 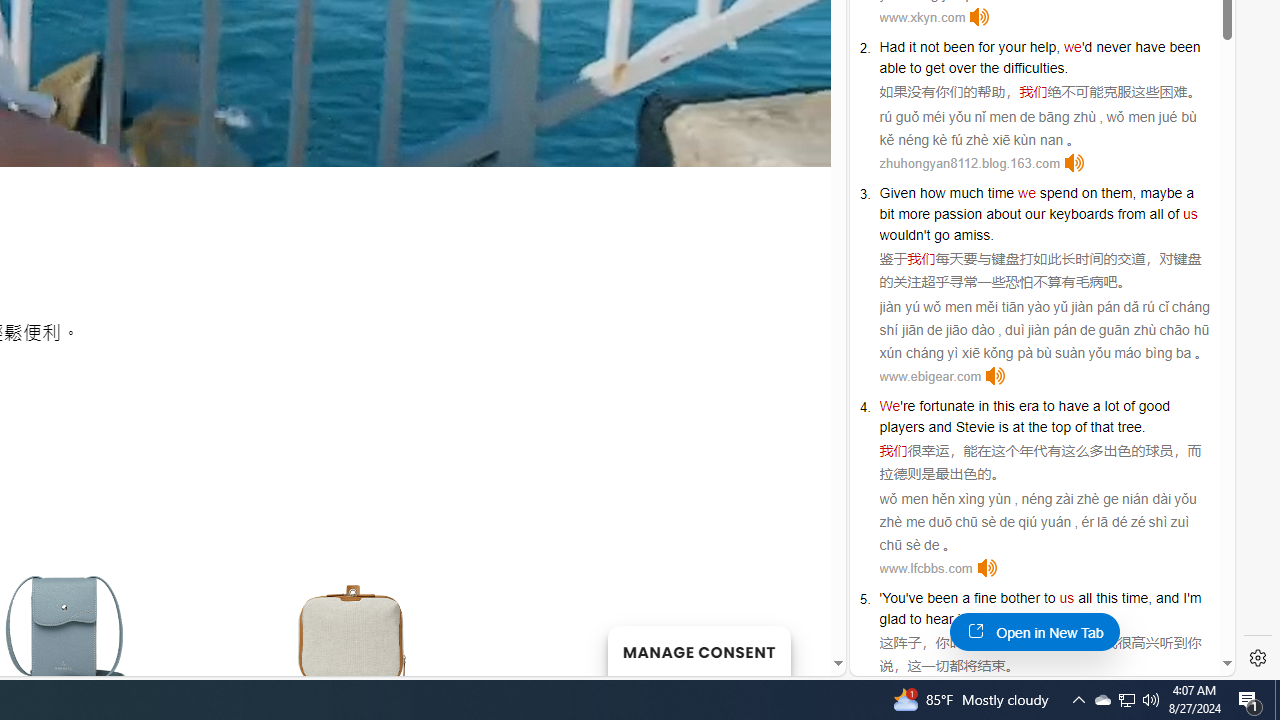 I want to click on 'a bit', so click(x=1036, y=203).